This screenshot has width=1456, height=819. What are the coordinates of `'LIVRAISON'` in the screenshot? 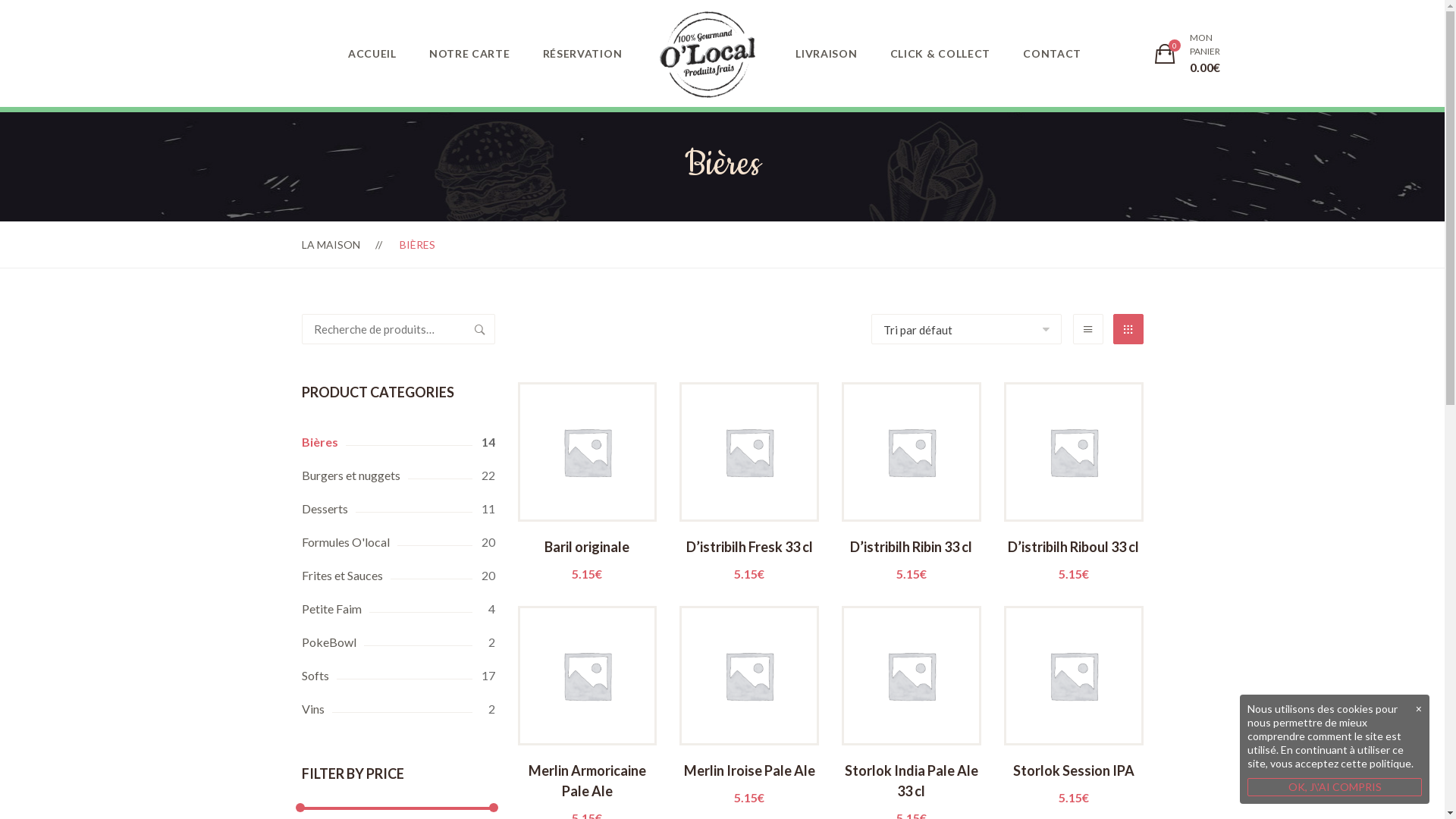 It's located at (825, 52).